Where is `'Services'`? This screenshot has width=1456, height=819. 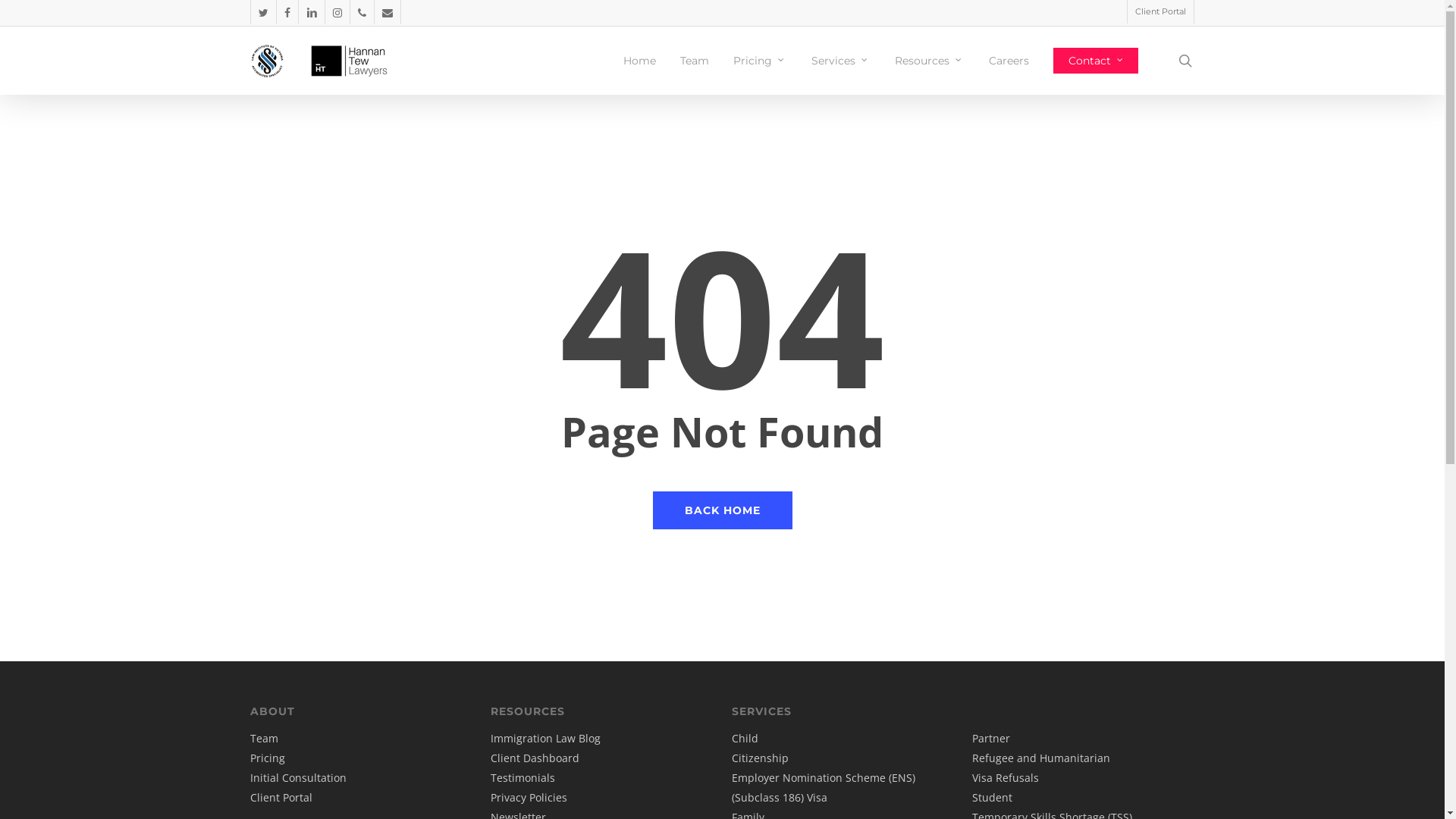
'Services' is located at coordinates (839, 60).